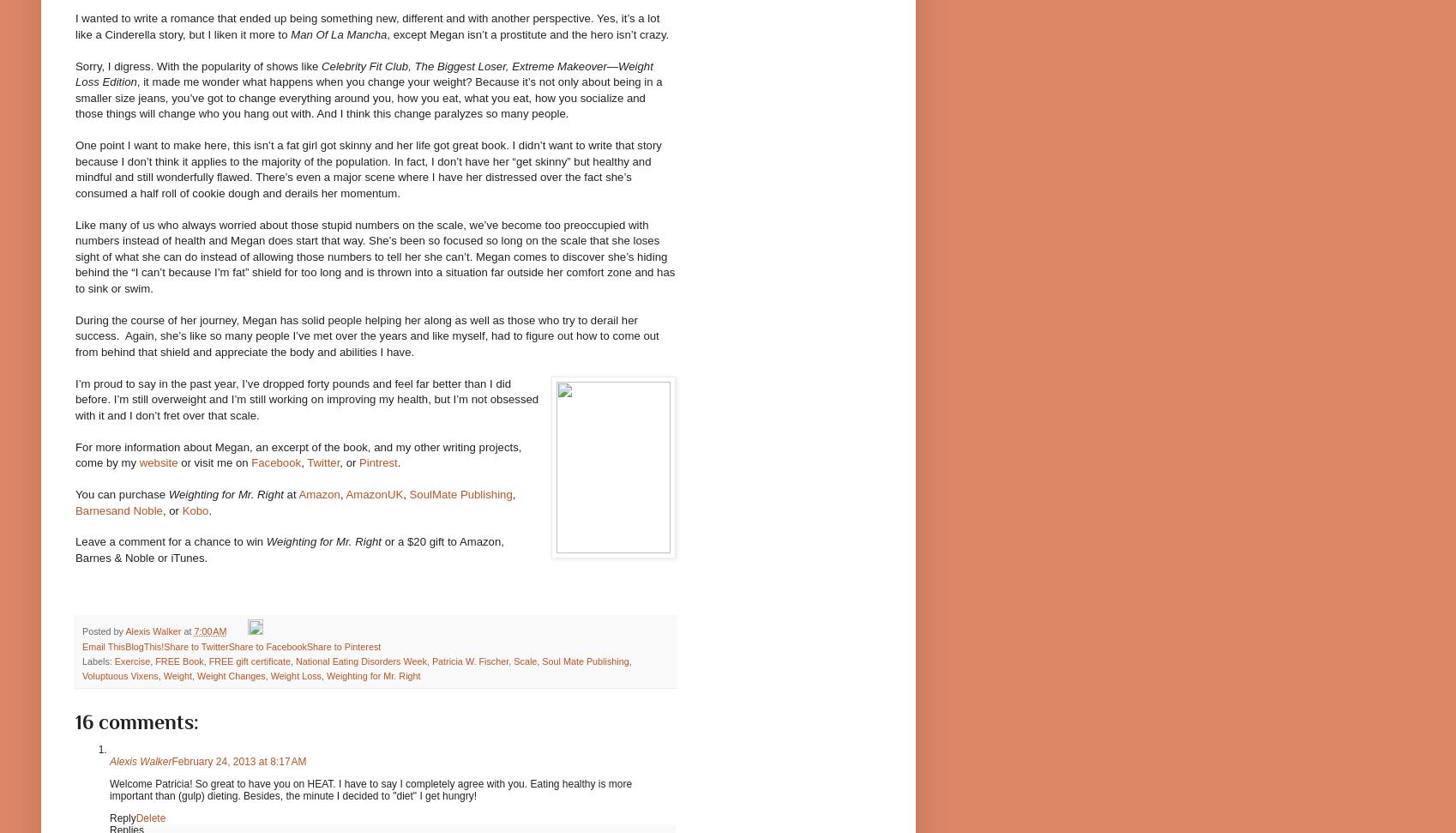  What do you see at coordinates (103, 645) in the screenshot?
I see `'Email This'` at bounding box center [103, 645].